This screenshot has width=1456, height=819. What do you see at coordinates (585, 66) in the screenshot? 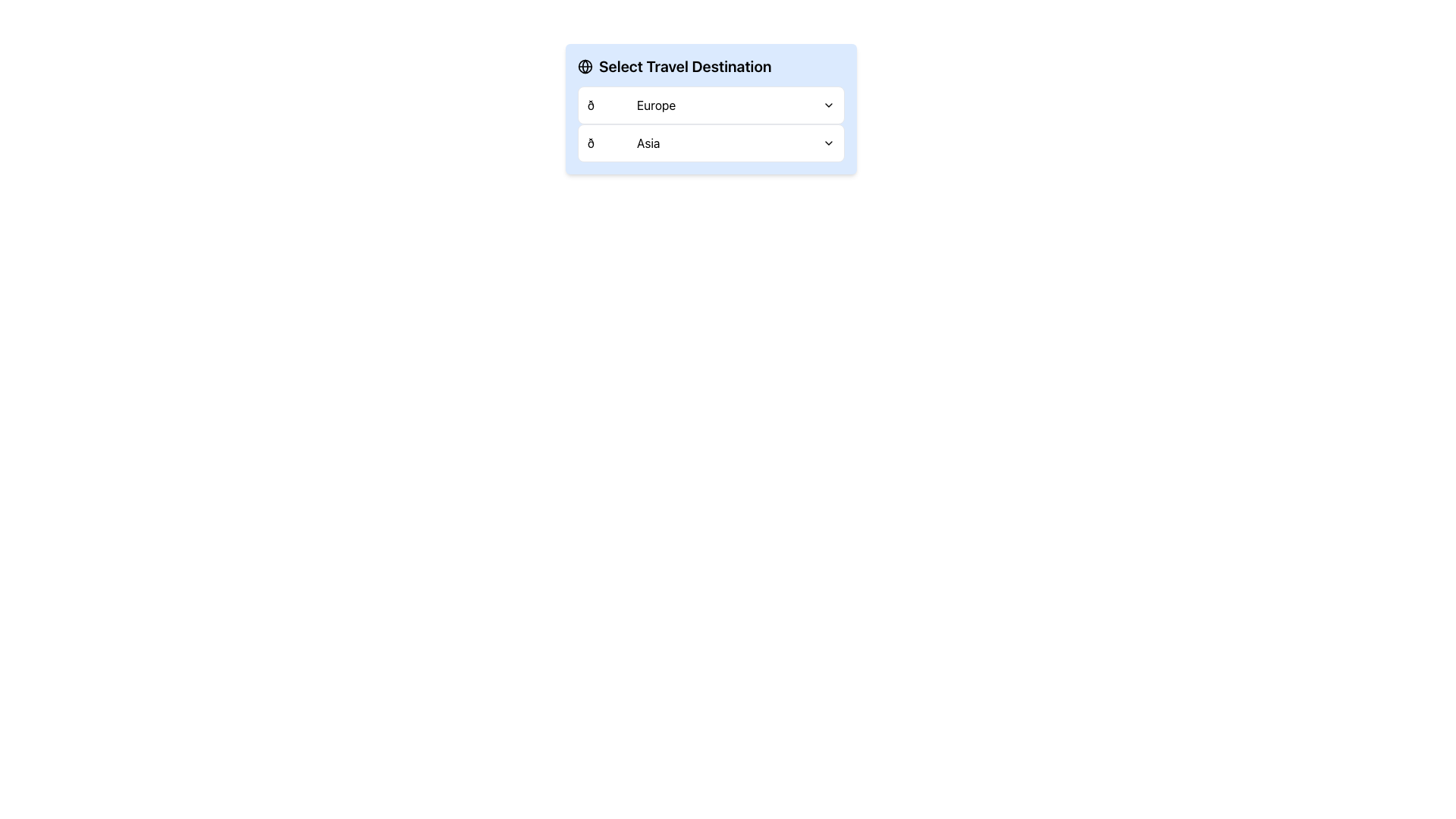
I see `the circular globe icon outlined in black, which features latitude and longitude lines, located within the 'Select Travel Destination' group for additional actions or information` at bounding box center [585, 66].